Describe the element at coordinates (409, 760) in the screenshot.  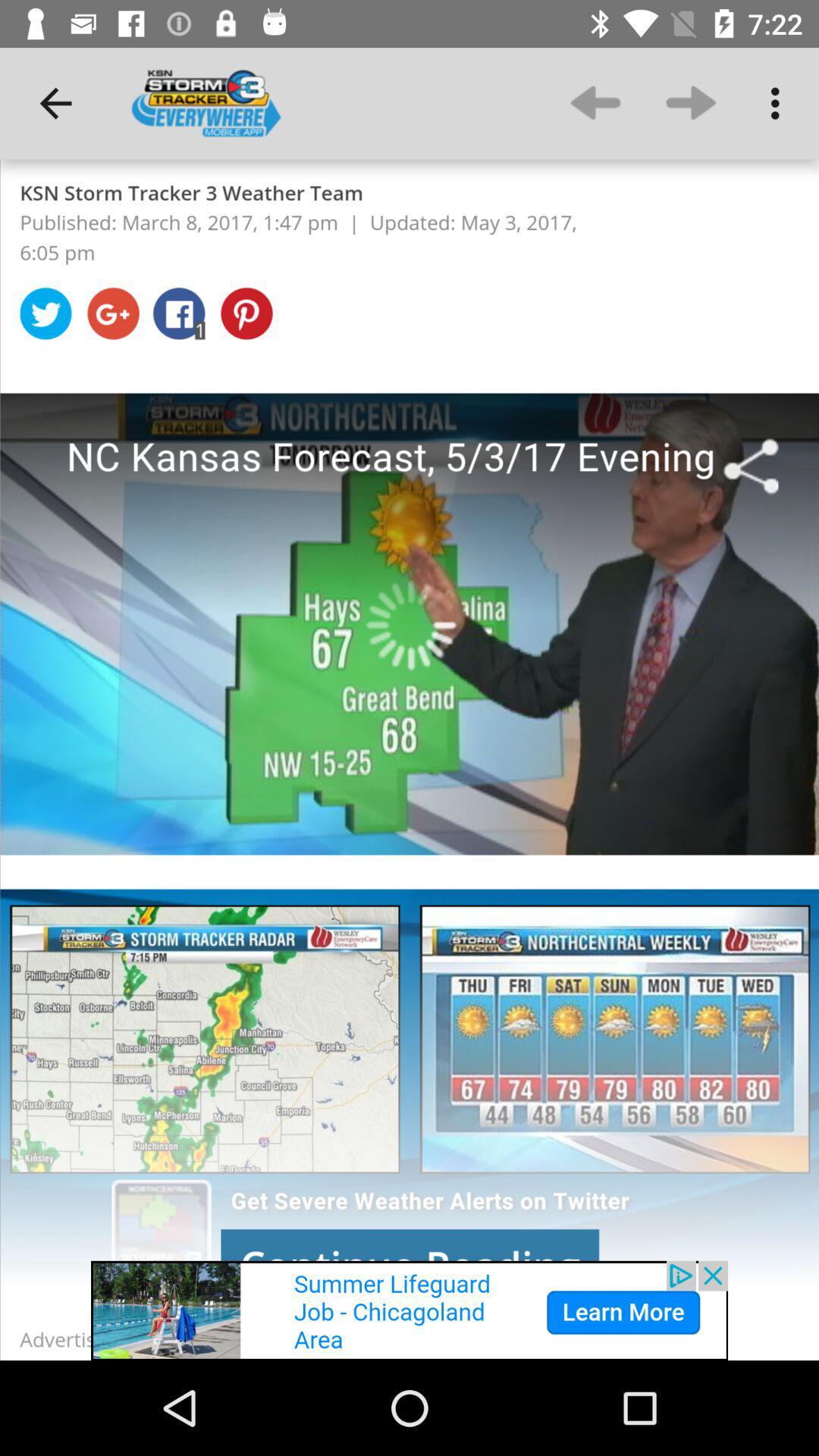
I see `twitter page` at that location.